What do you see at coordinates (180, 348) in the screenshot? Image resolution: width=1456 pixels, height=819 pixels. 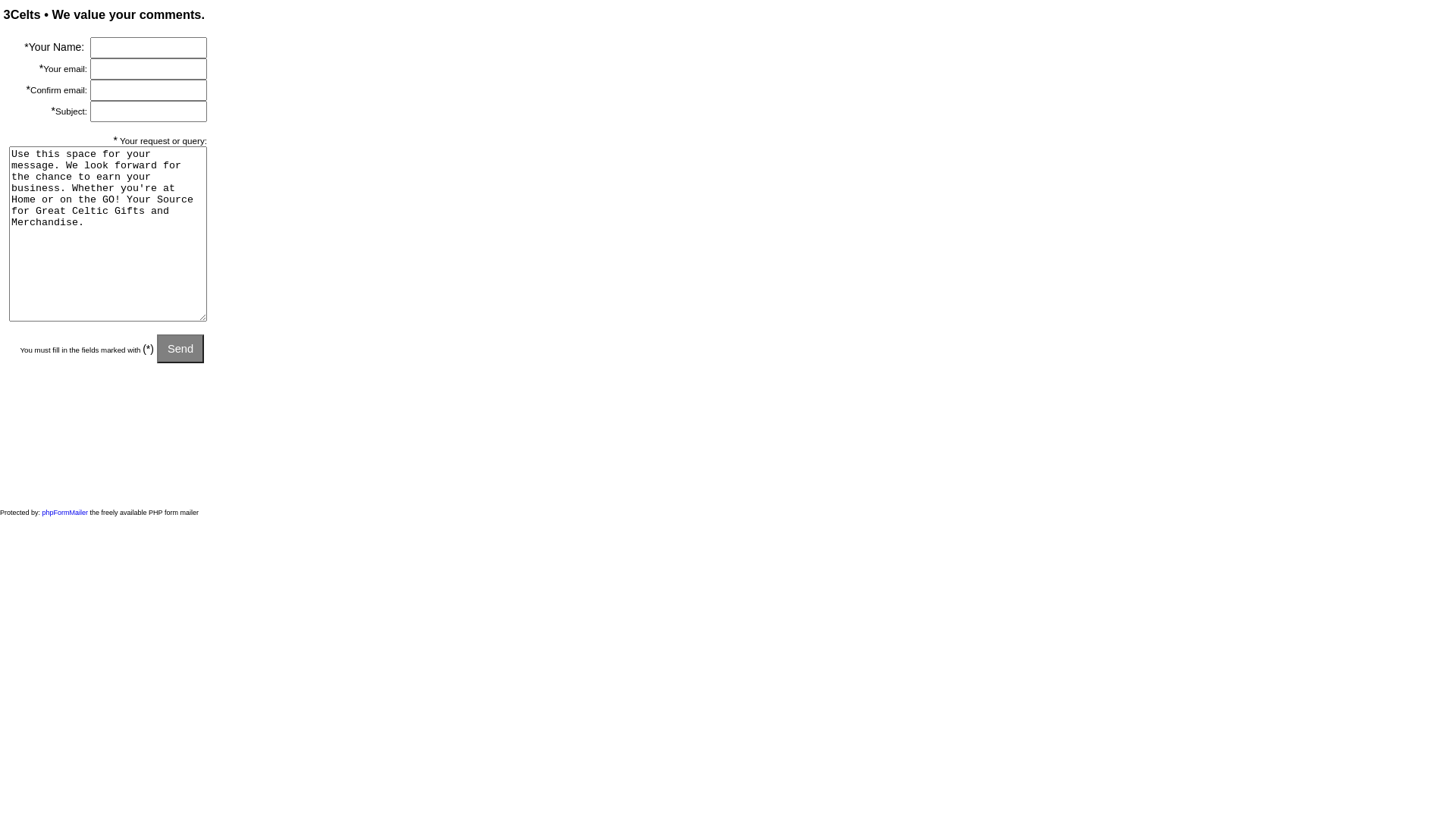 I see `'Send'` at bounding box center [180, 348].